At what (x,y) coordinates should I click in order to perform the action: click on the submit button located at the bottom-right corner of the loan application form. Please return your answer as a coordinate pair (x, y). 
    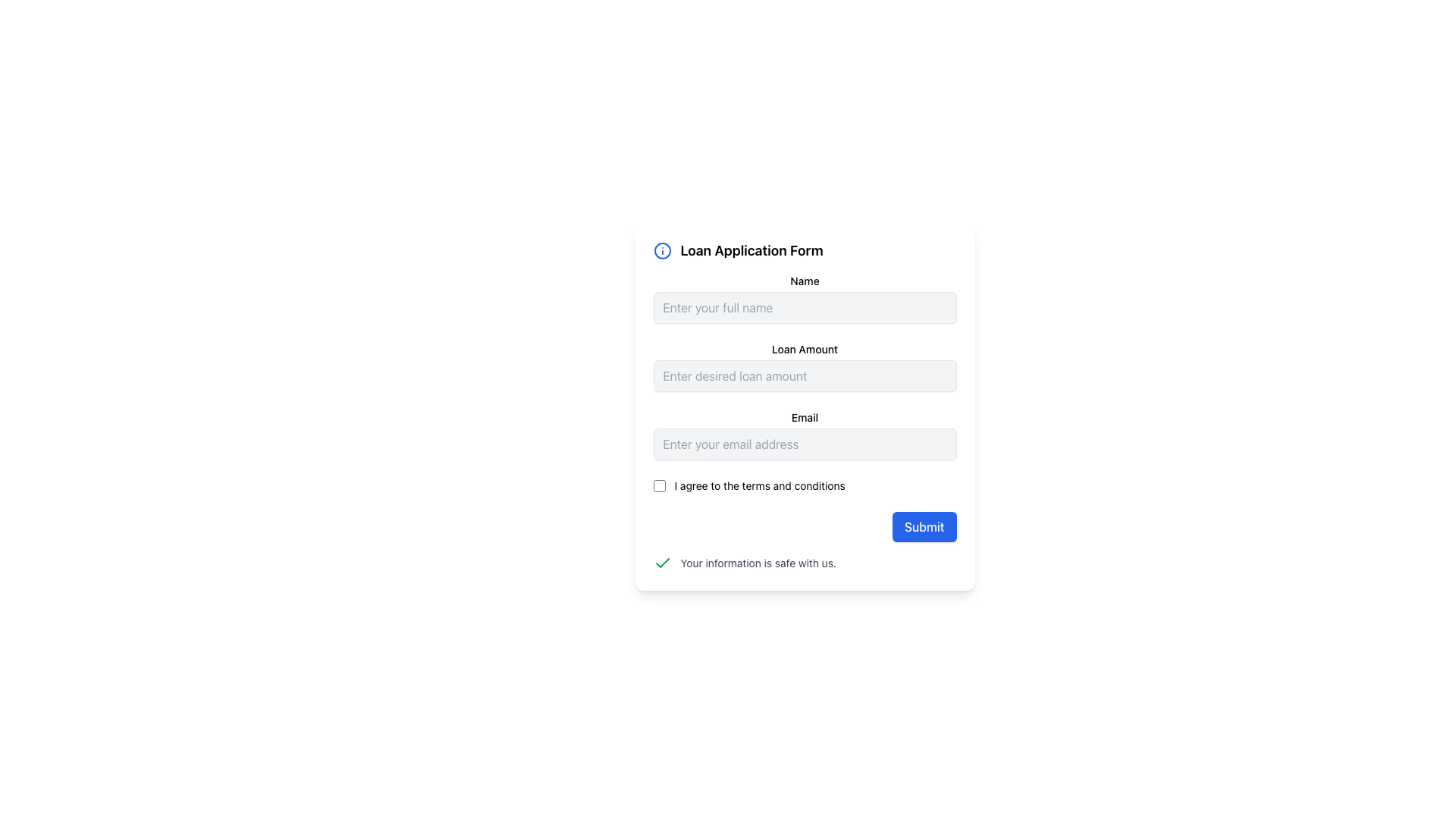
    Looking at the image, I should click on (924, 526).